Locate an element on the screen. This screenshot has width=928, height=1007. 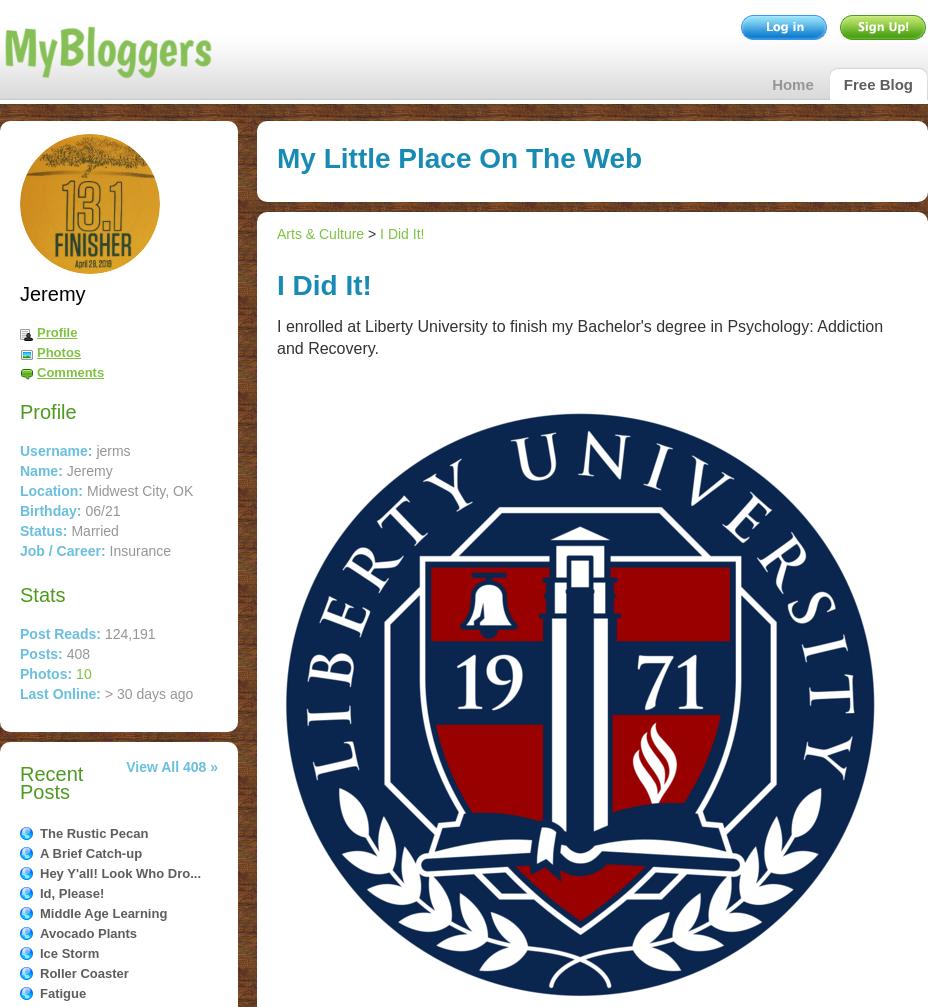
'Home' is located at coordinates (791, 84).